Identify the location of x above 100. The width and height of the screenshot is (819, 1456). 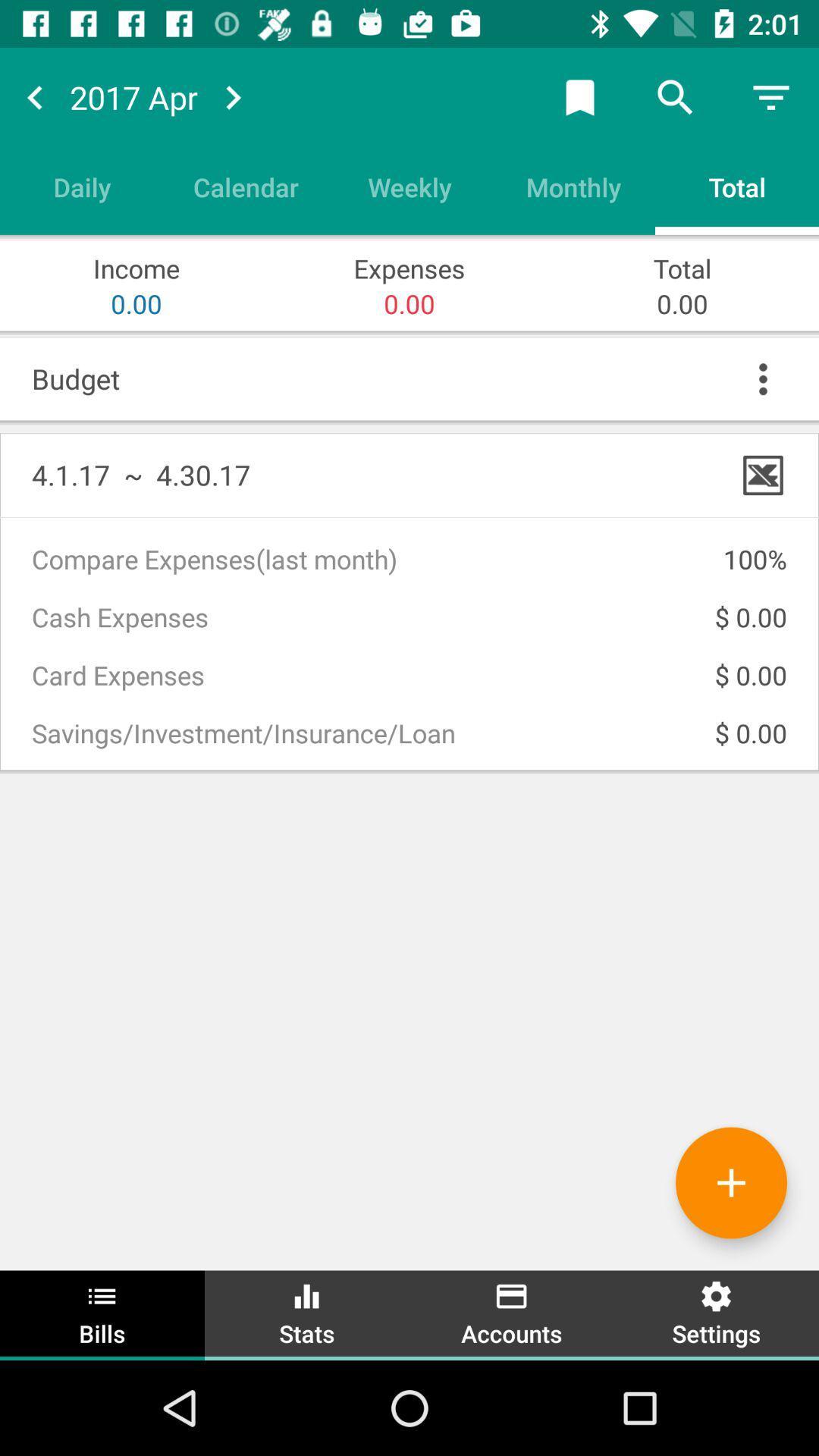
(763, 474).